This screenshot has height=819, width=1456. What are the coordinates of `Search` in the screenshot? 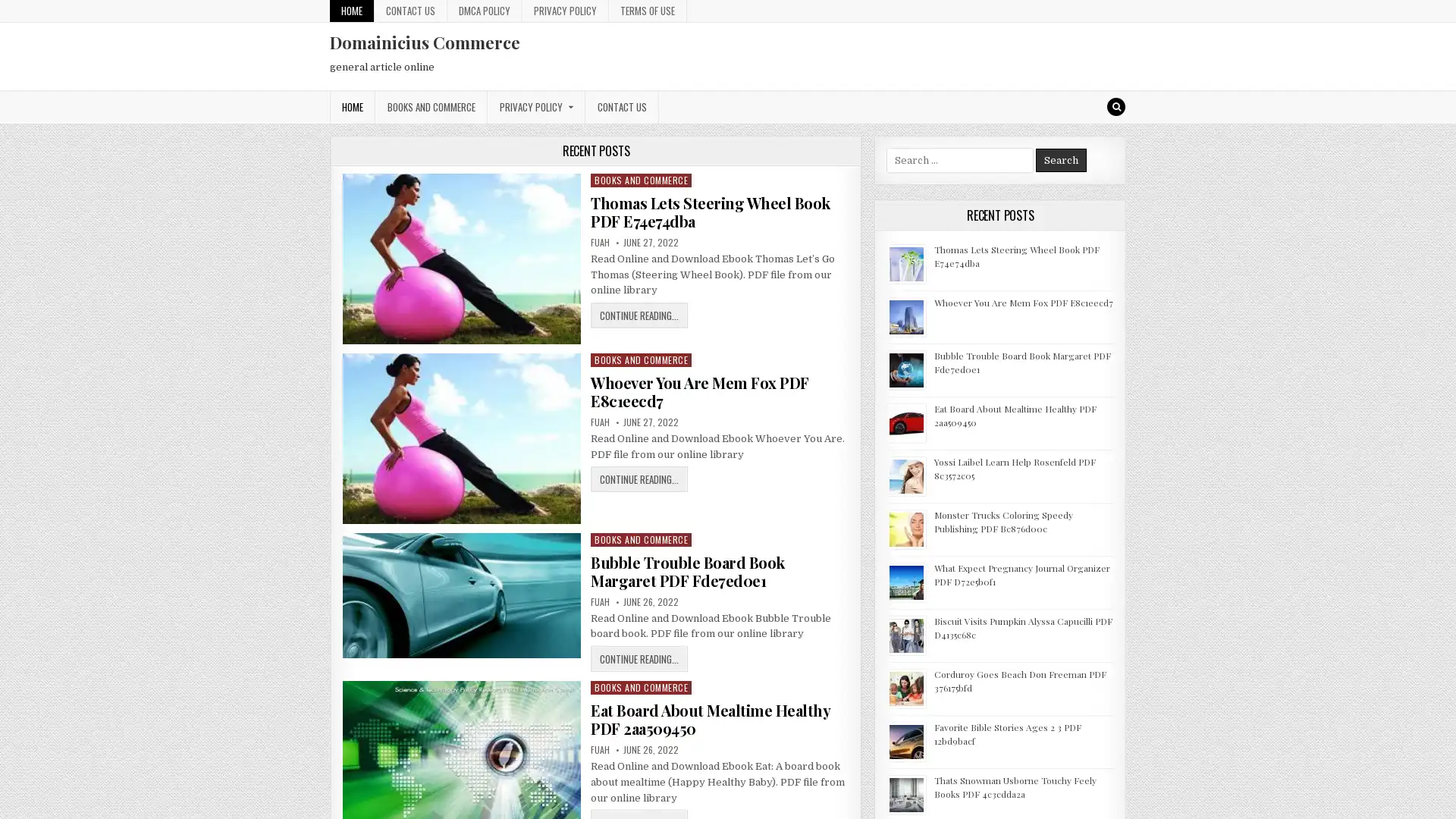 It's located at (1060, 160).